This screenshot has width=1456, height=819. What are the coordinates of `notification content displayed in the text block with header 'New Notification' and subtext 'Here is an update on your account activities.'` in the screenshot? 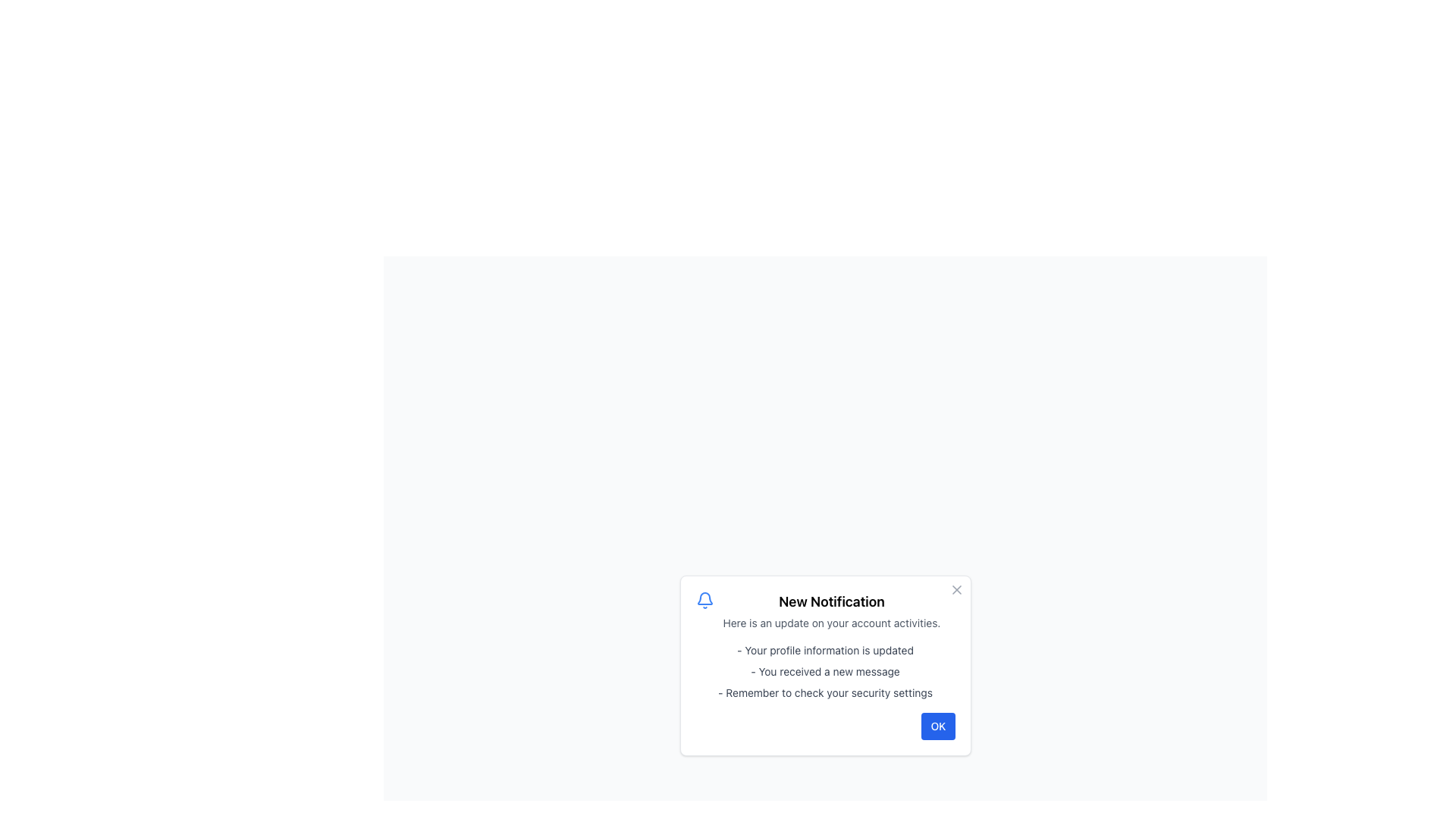 It's located at (830, 610).